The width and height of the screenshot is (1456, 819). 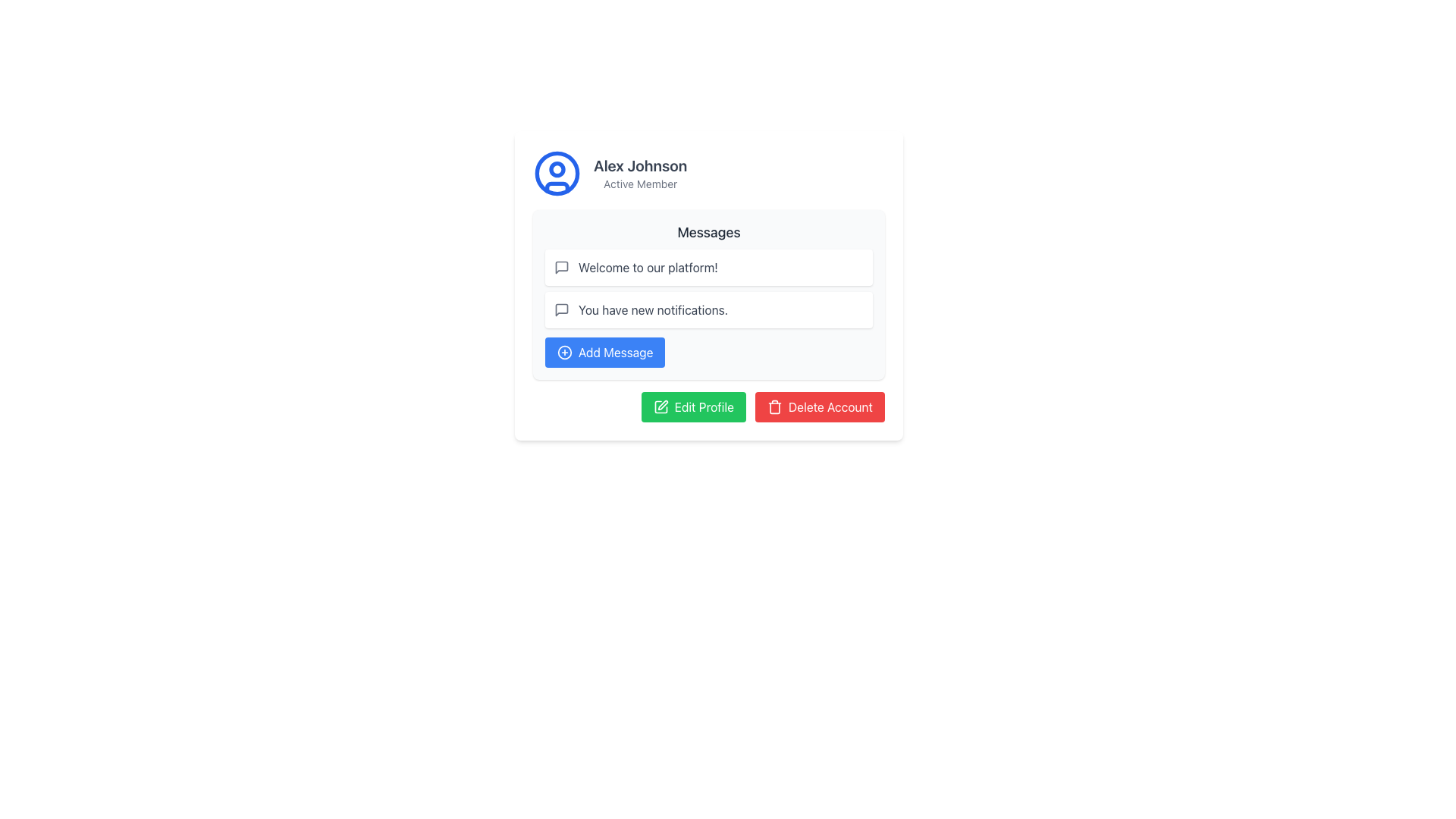 What do you see at coordinates (556, 172) in the screenshot?
I see `outermost SVG graphical circle that serves as a user profile image placeholder for debugging purposes` at bounding box center [556, 172].